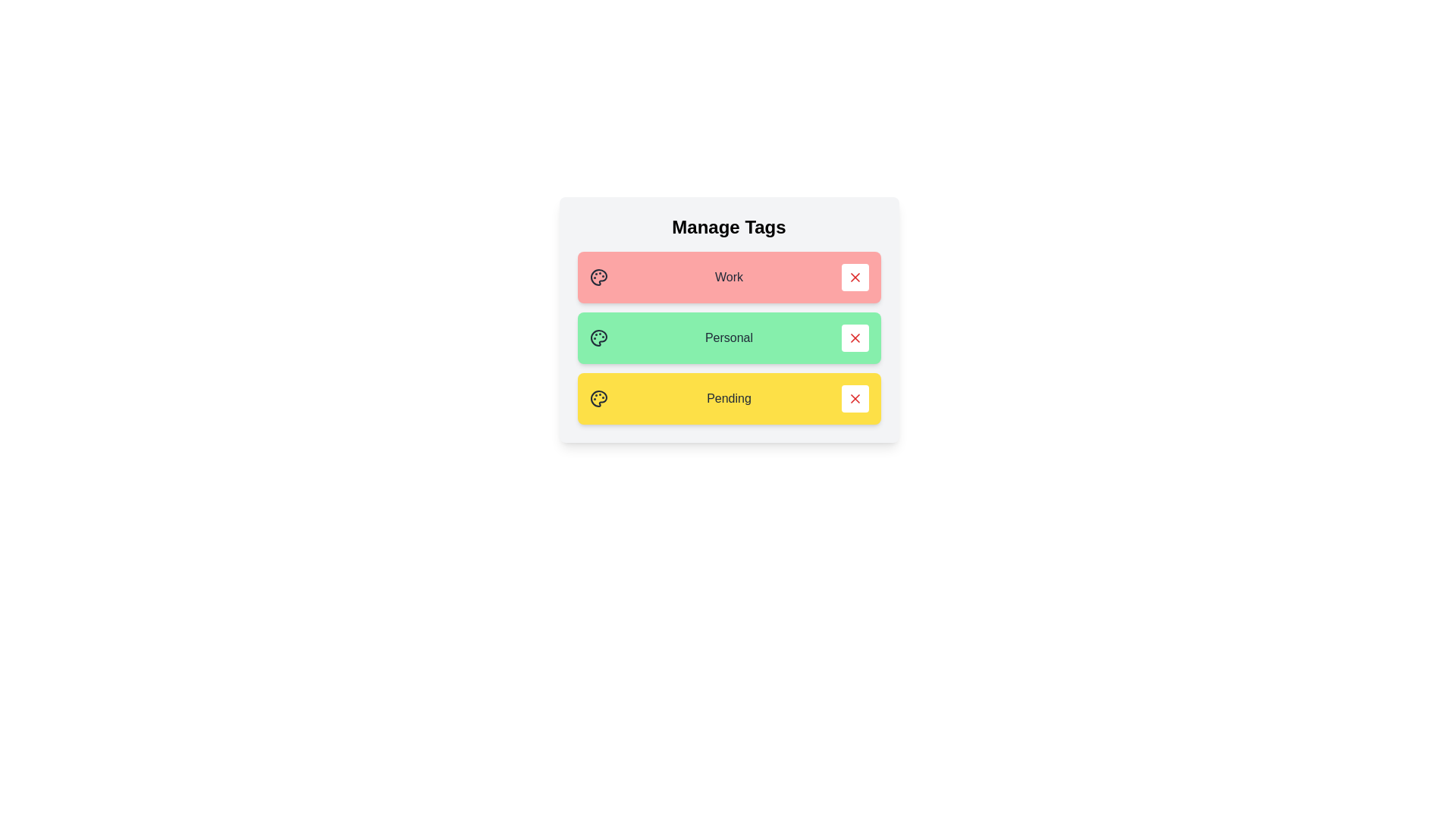  Describe the element at coordinates (855, 397) in the screenshot. I see `'X' button to remove the tag labeled Pending` at that location.